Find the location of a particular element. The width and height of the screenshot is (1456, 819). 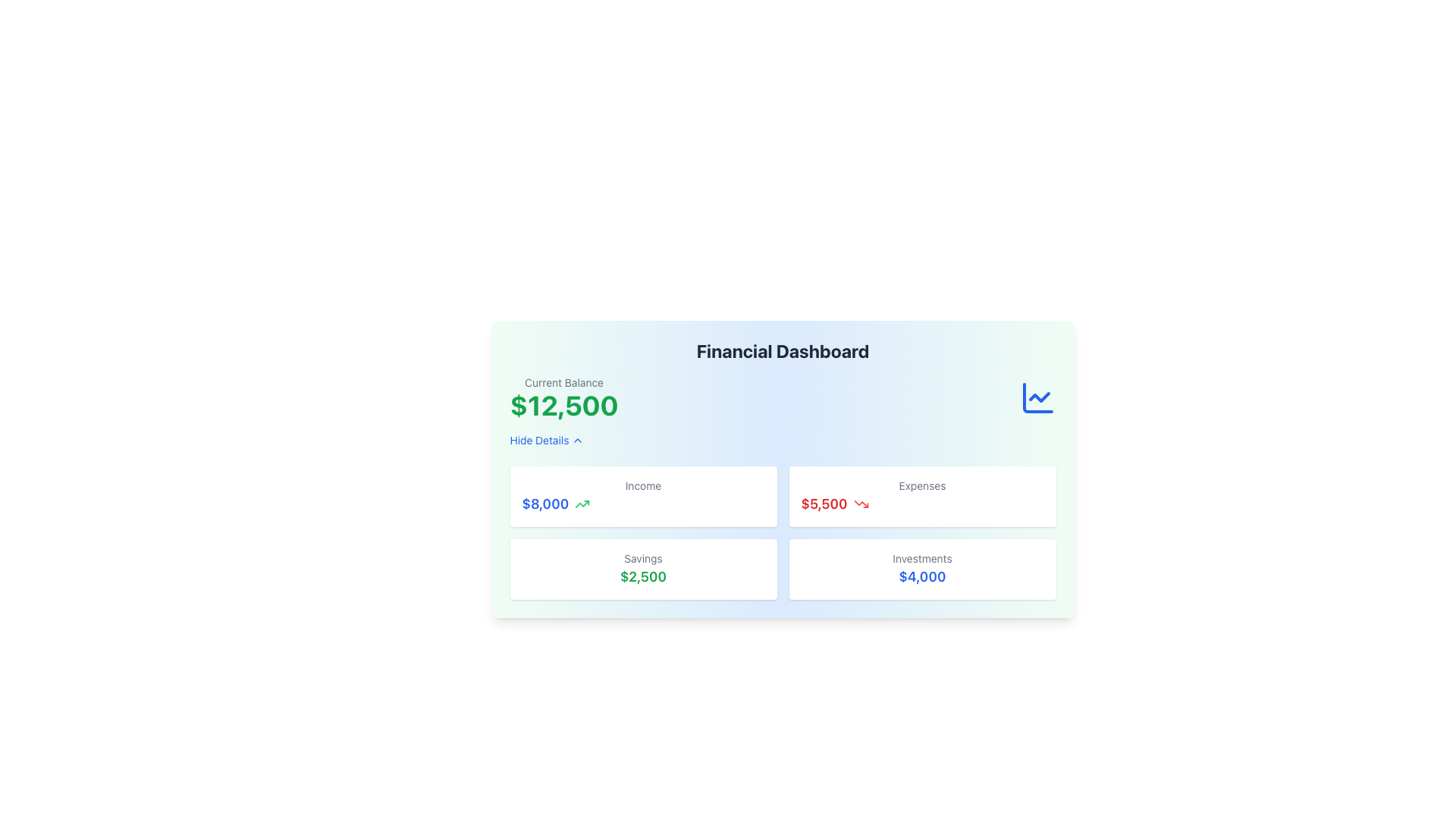

the bold heading with a large font size, colored in dark gray, located at the top center of the light-colored card is located at coordinates (783, 350).